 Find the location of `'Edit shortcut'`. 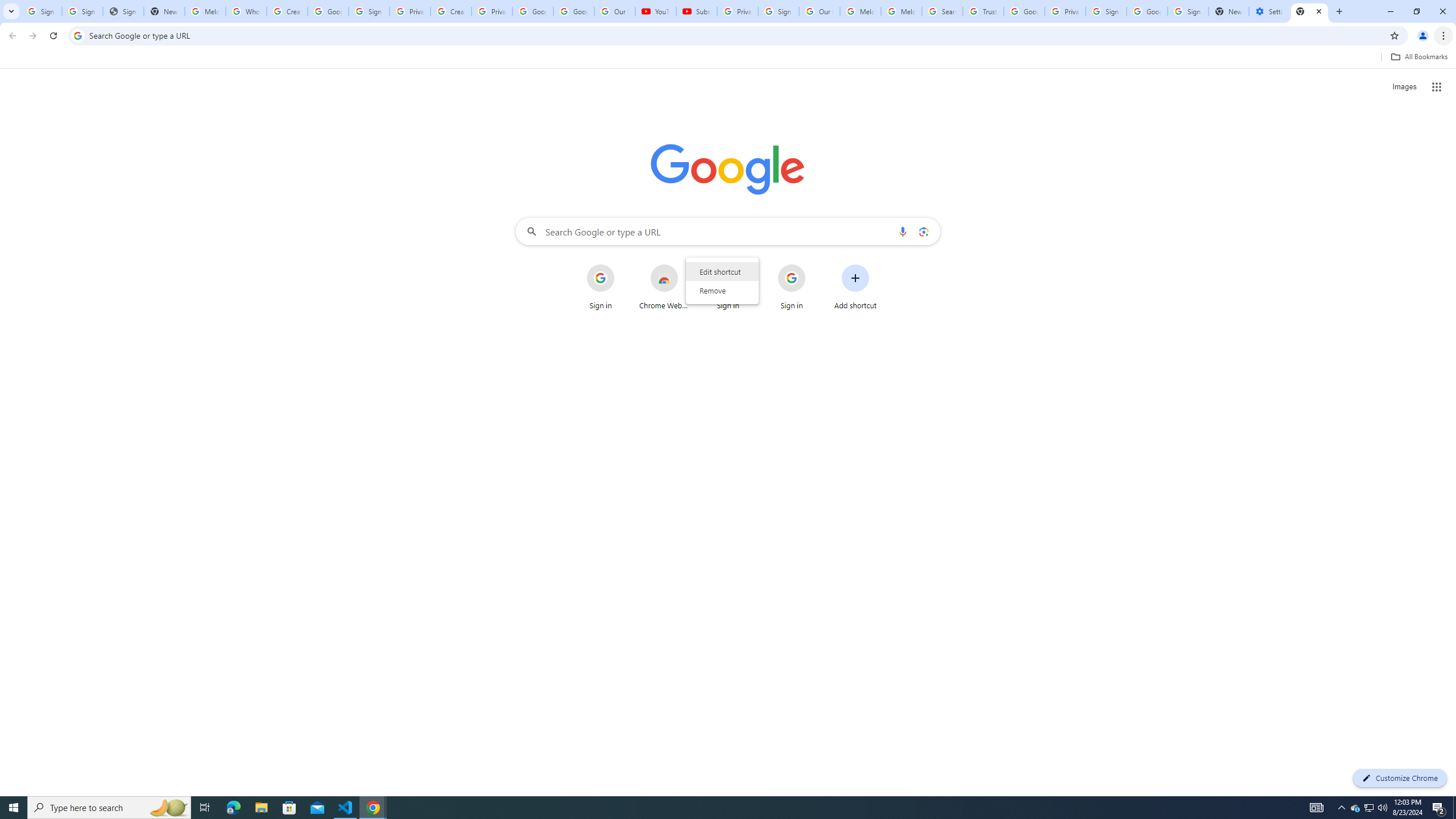

'Edit shortcut' is located at coordinates (721, 271).